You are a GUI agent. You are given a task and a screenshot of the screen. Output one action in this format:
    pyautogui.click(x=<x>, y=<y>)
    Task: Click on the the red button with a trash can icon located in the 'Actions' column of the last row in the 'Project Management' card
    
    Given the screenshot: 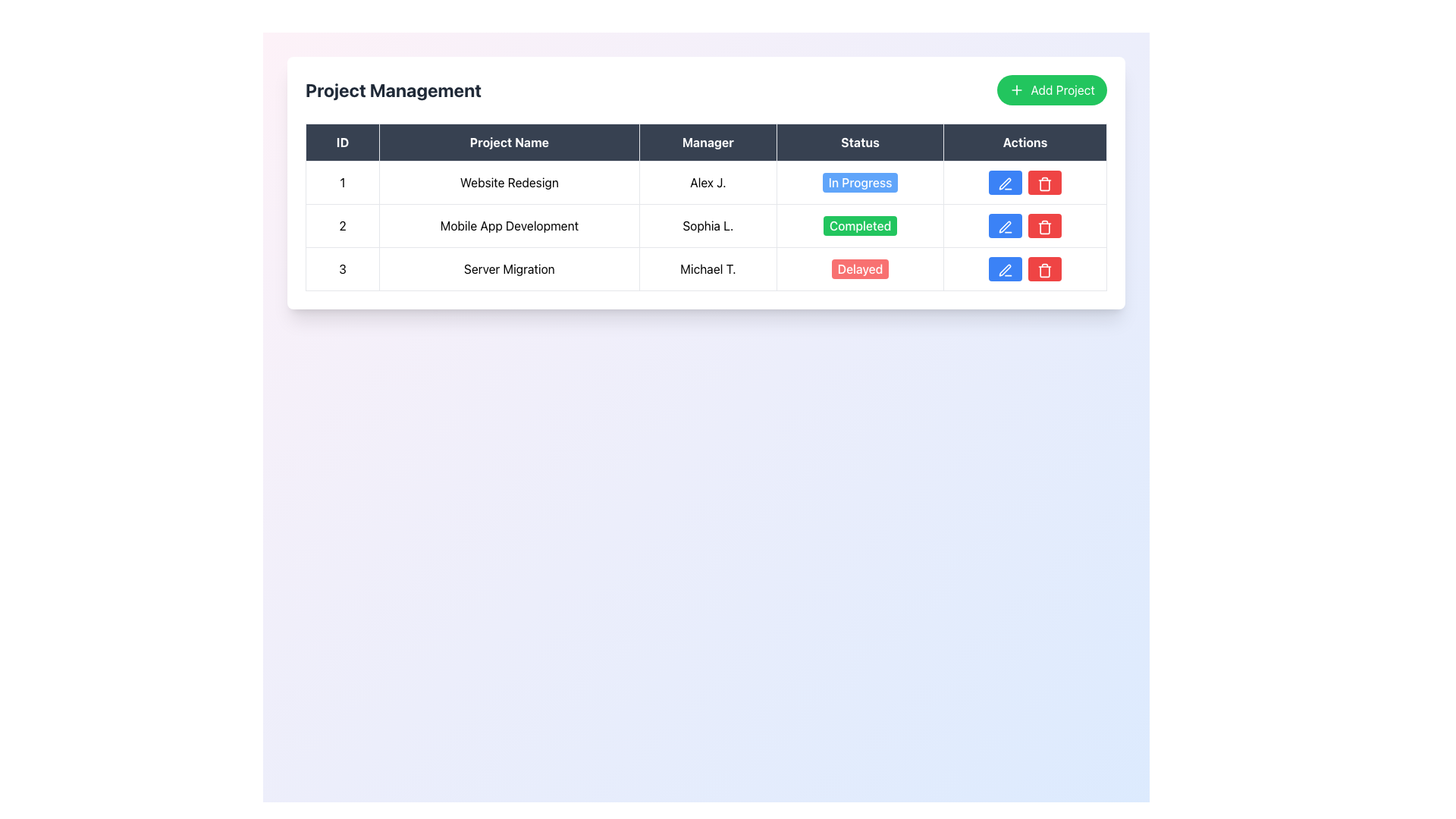 What is the action you would take?
    pyautogui.click(x=1043, y=181)
    